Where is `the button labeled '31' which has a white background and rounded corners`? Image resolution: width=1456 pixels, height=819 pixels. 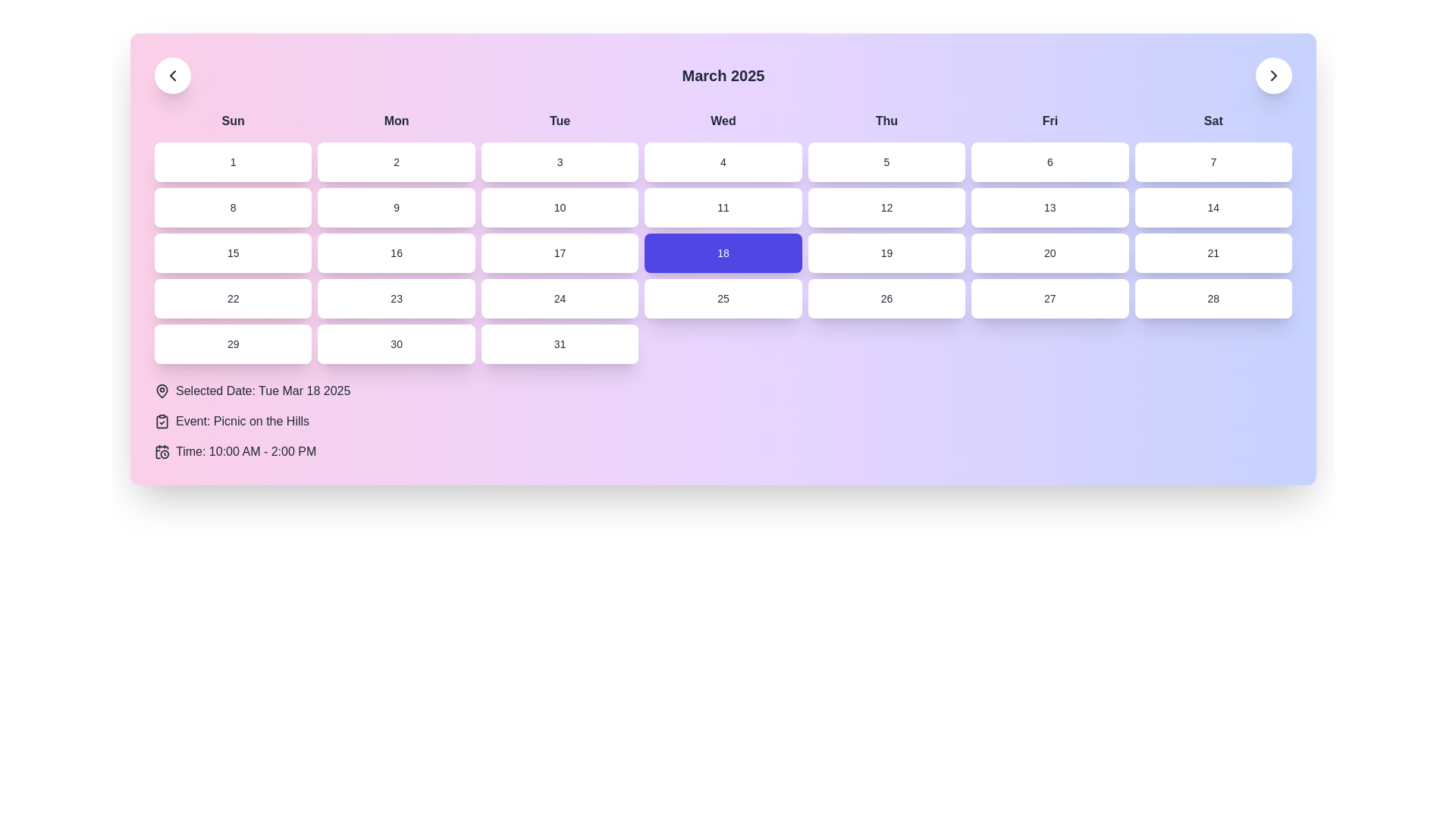
the button labeled '31' which has a white background and rounded corners is located at coordinates (559, 344).